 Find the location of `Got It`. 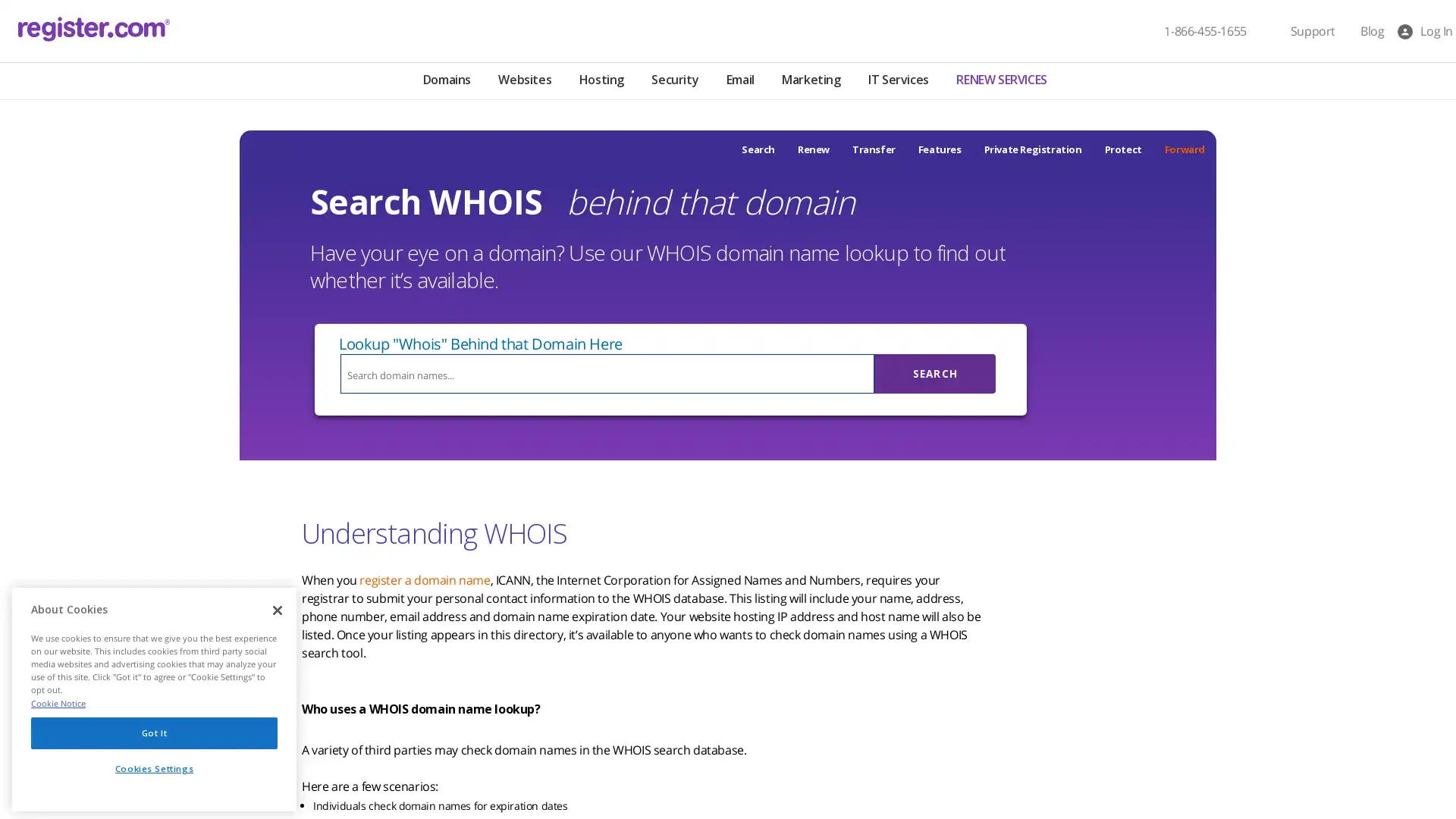

Got It is located at coordinates (154, 731).